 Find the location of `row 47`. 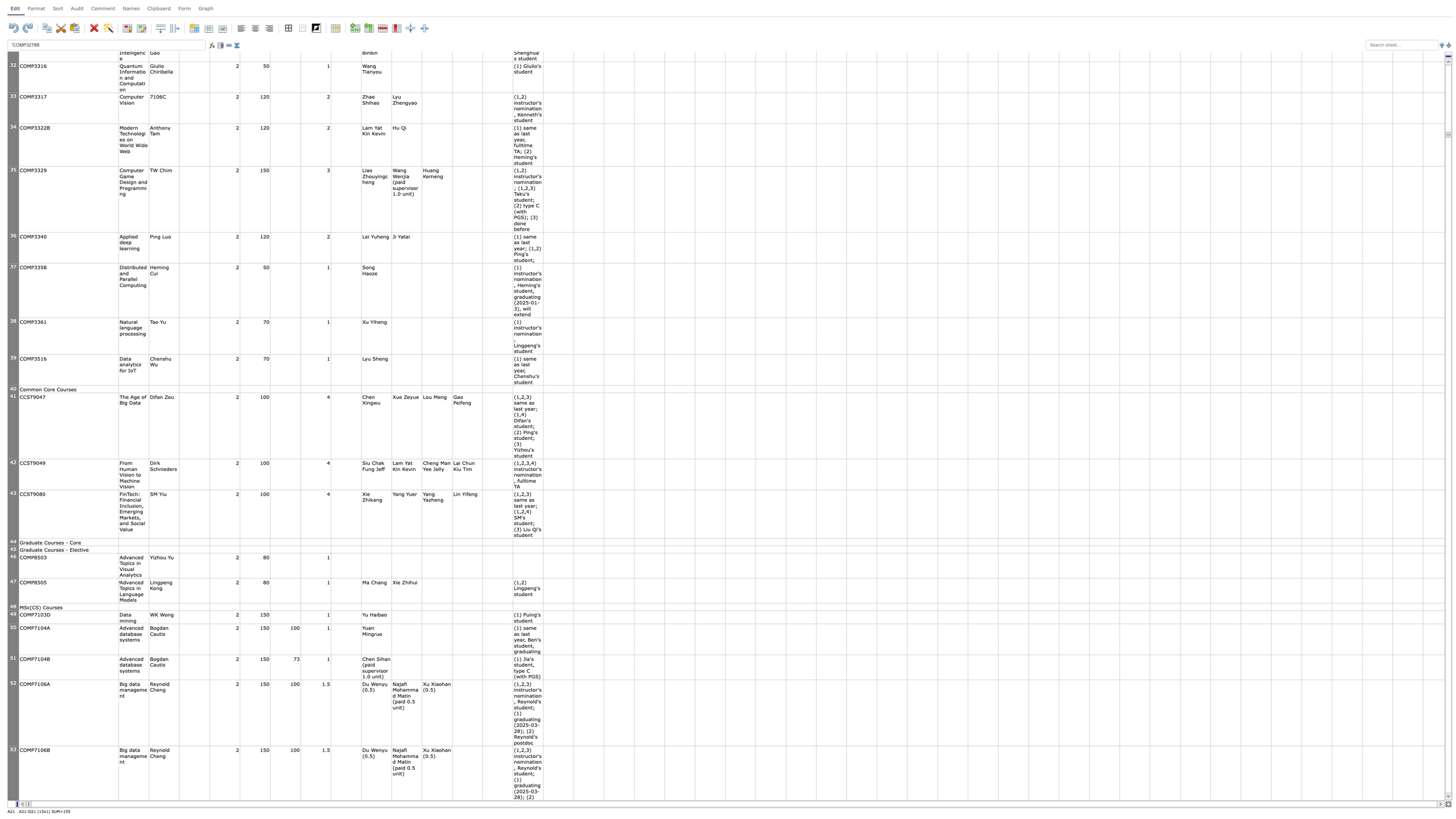

row 47 is located at coordinates (13, 590).